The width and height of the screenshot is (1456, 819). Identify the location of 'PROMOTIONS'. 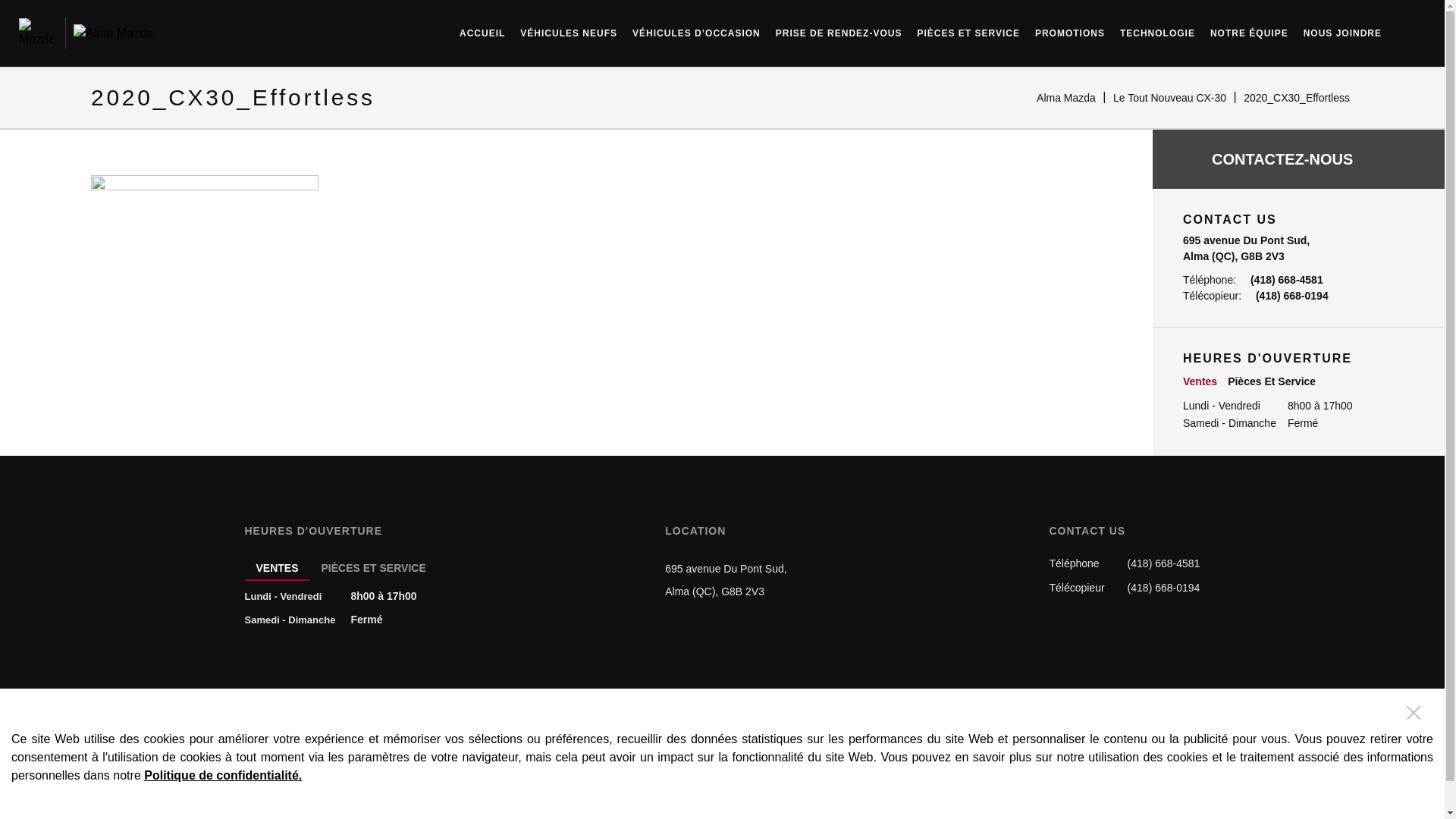
(1069, 30).